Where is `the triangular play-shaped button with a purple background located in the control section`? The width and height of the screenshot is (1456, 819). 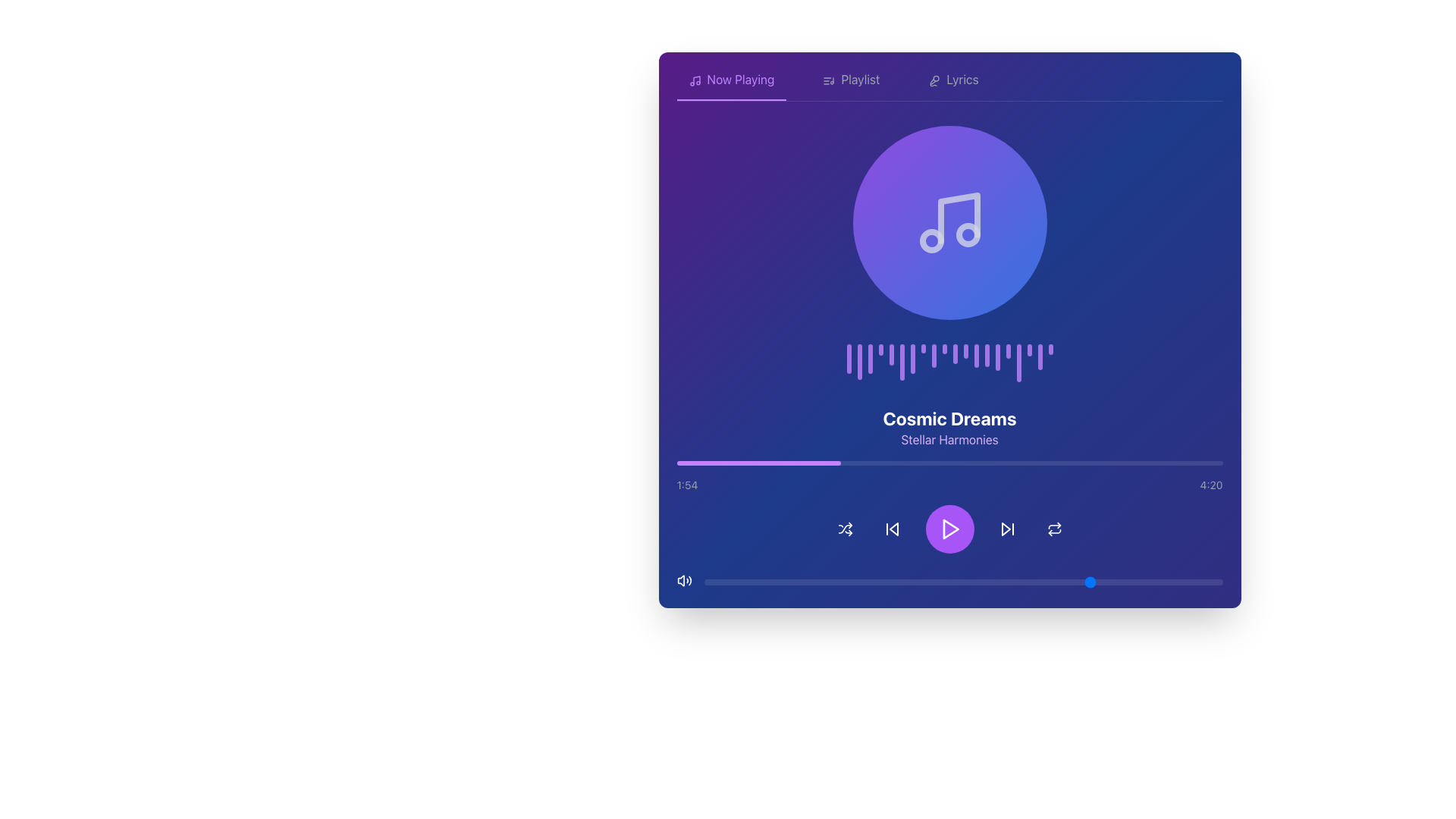
the triangular play-shaped button with a purple background located in the control section is located at coordinates (949, 529).